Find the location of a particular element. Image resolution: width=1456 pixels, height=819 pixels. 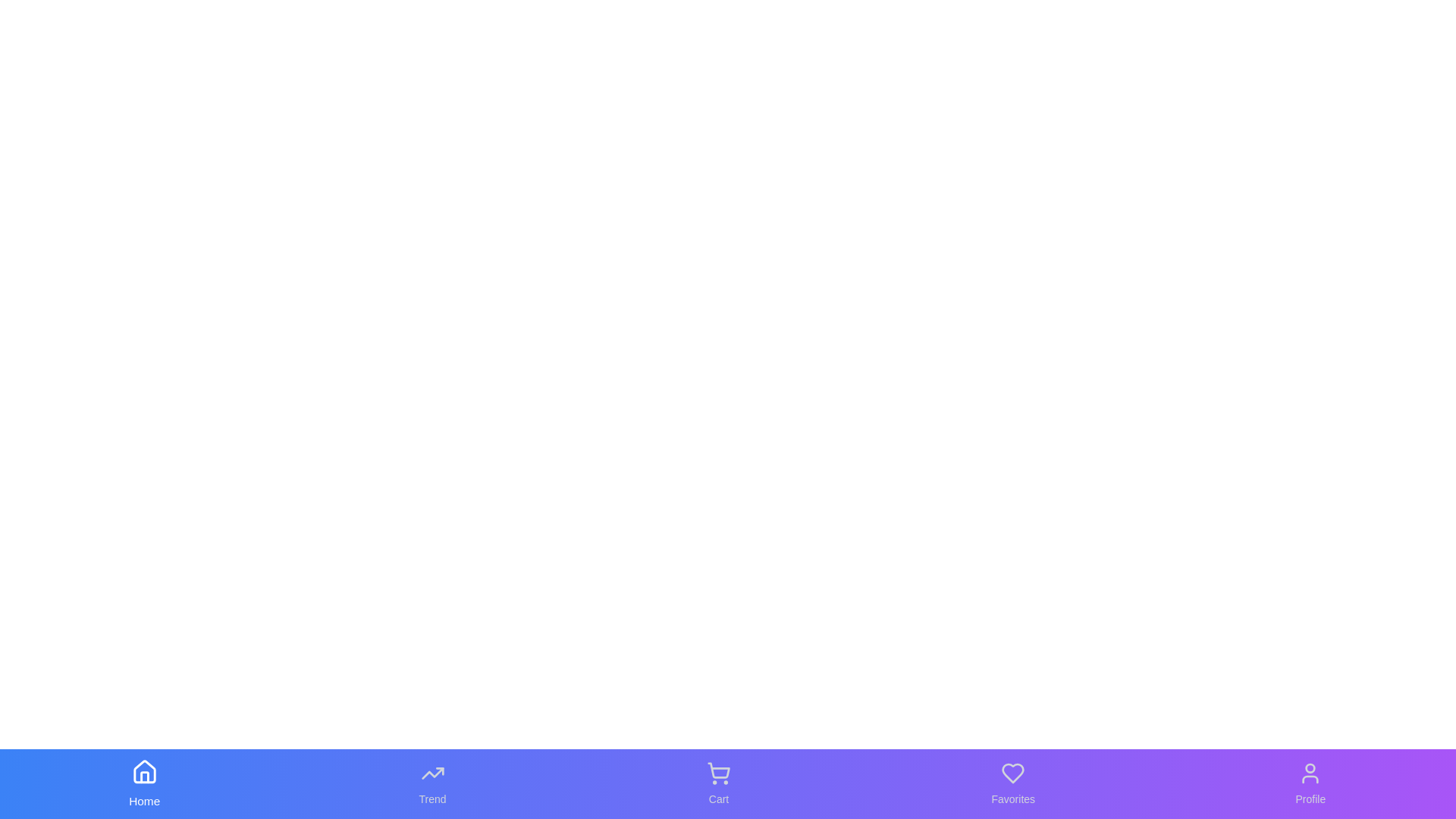

the tab labeled Profile is located at coordinates (1310, 783).